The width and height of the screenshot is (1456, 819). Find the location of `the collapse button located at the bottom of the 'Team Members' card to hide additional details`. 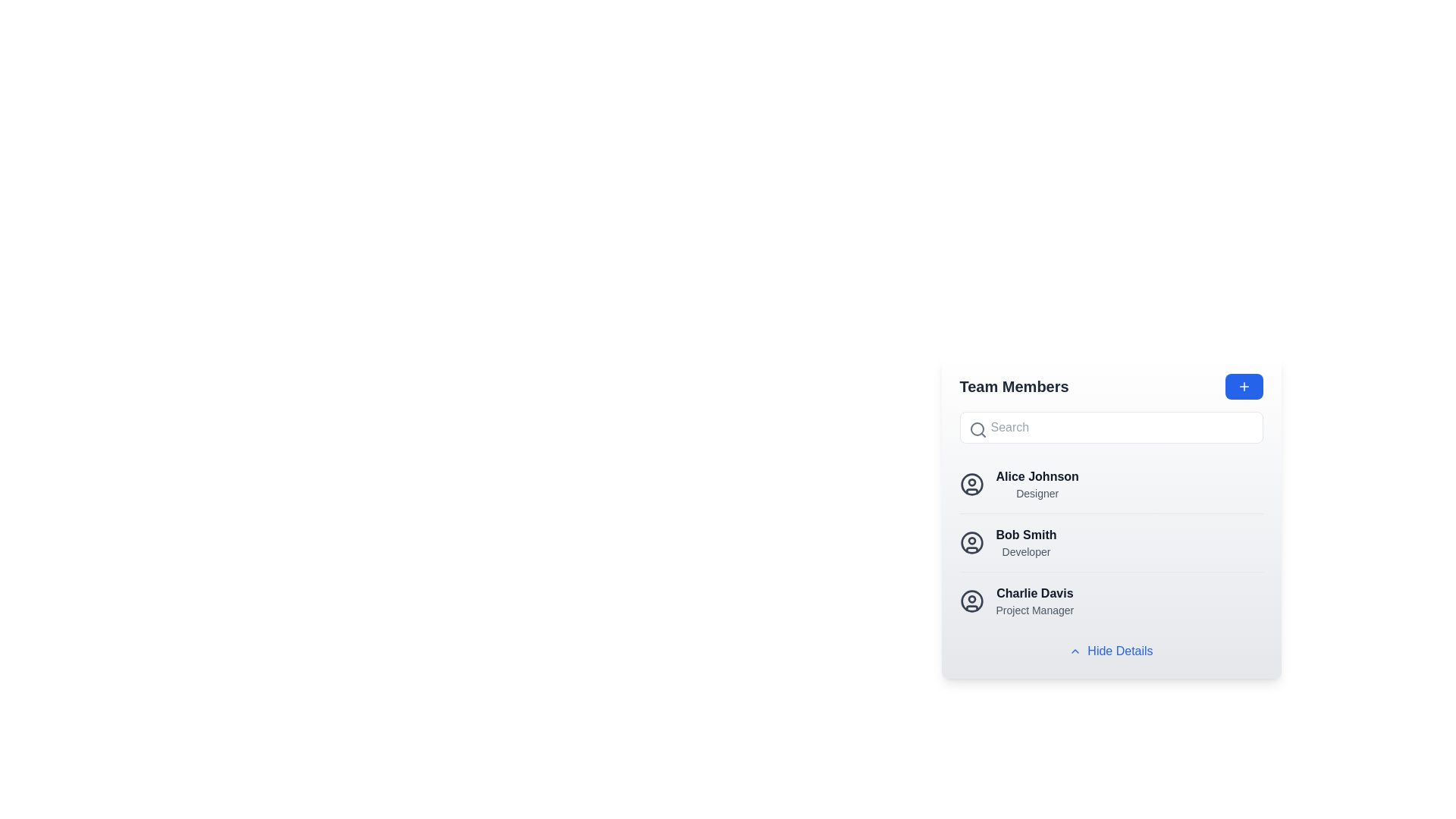

the collapse button located at the bottom of the 'Team Members' card to hide additional details is located at coordinates (1111, 651).